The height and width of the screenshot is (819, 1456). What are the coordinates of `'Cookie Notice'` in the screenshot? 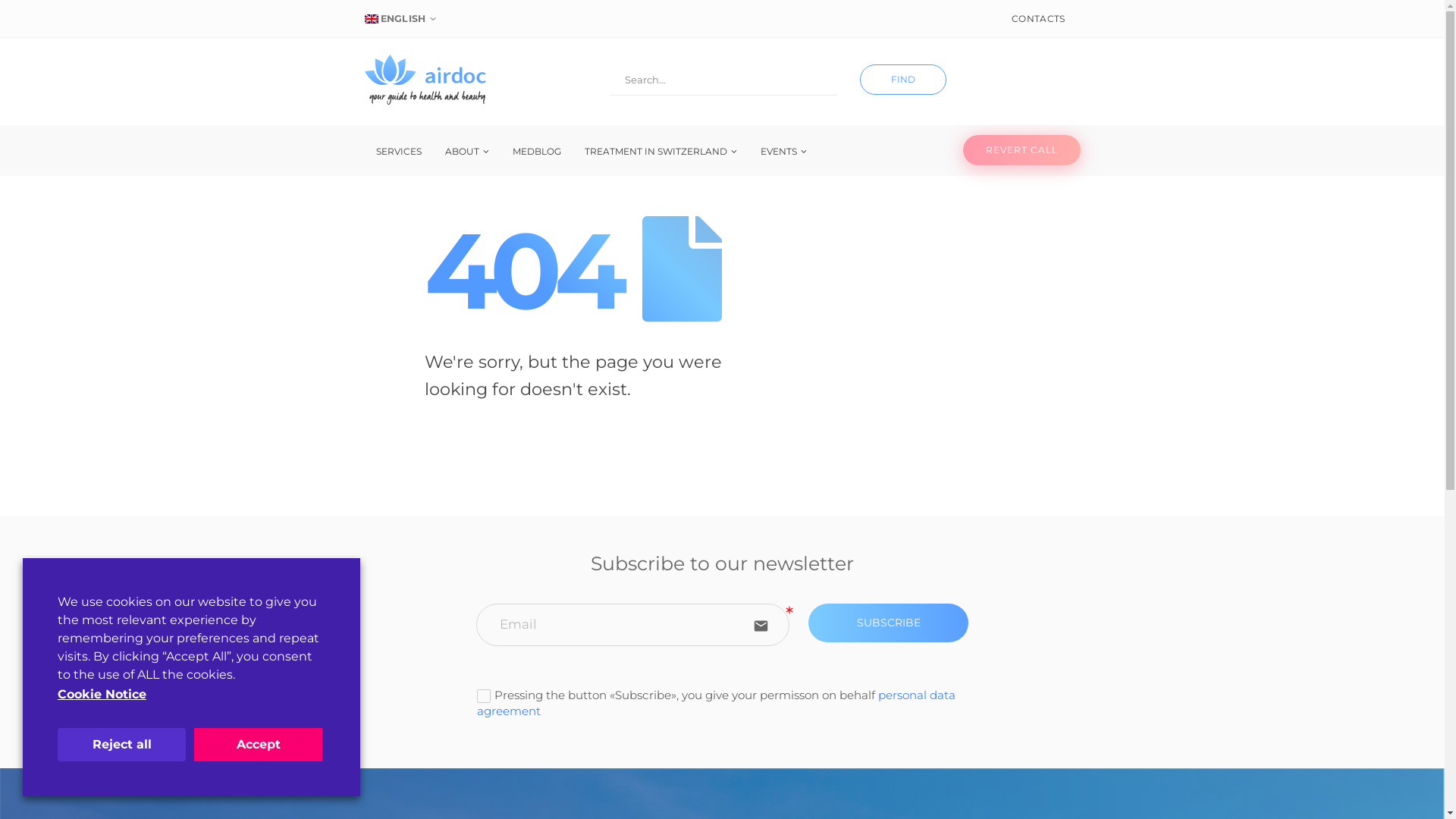 It's located at (58, 694).